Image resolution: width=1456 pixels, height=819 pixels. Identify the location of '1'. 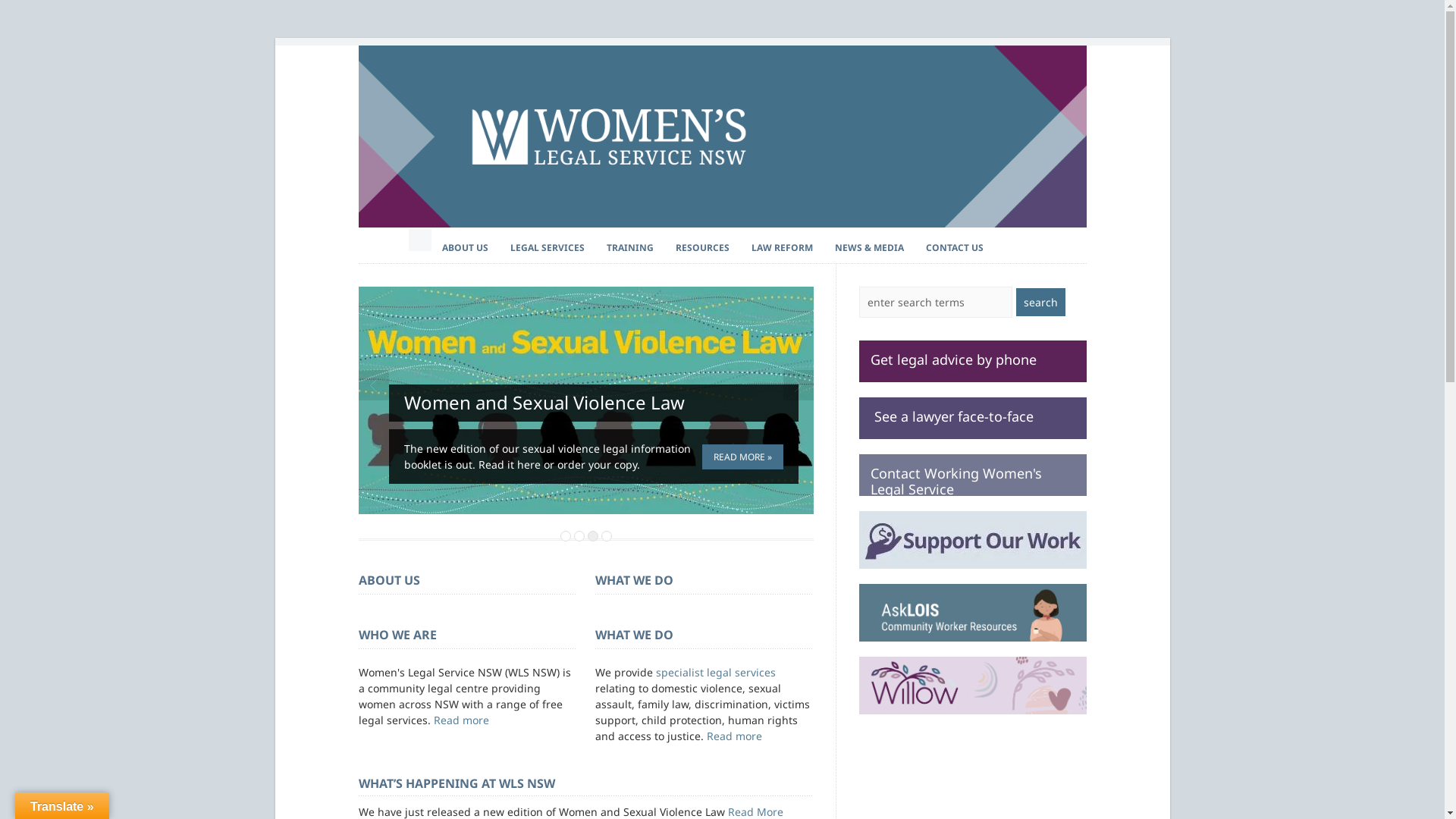
(559, 535).